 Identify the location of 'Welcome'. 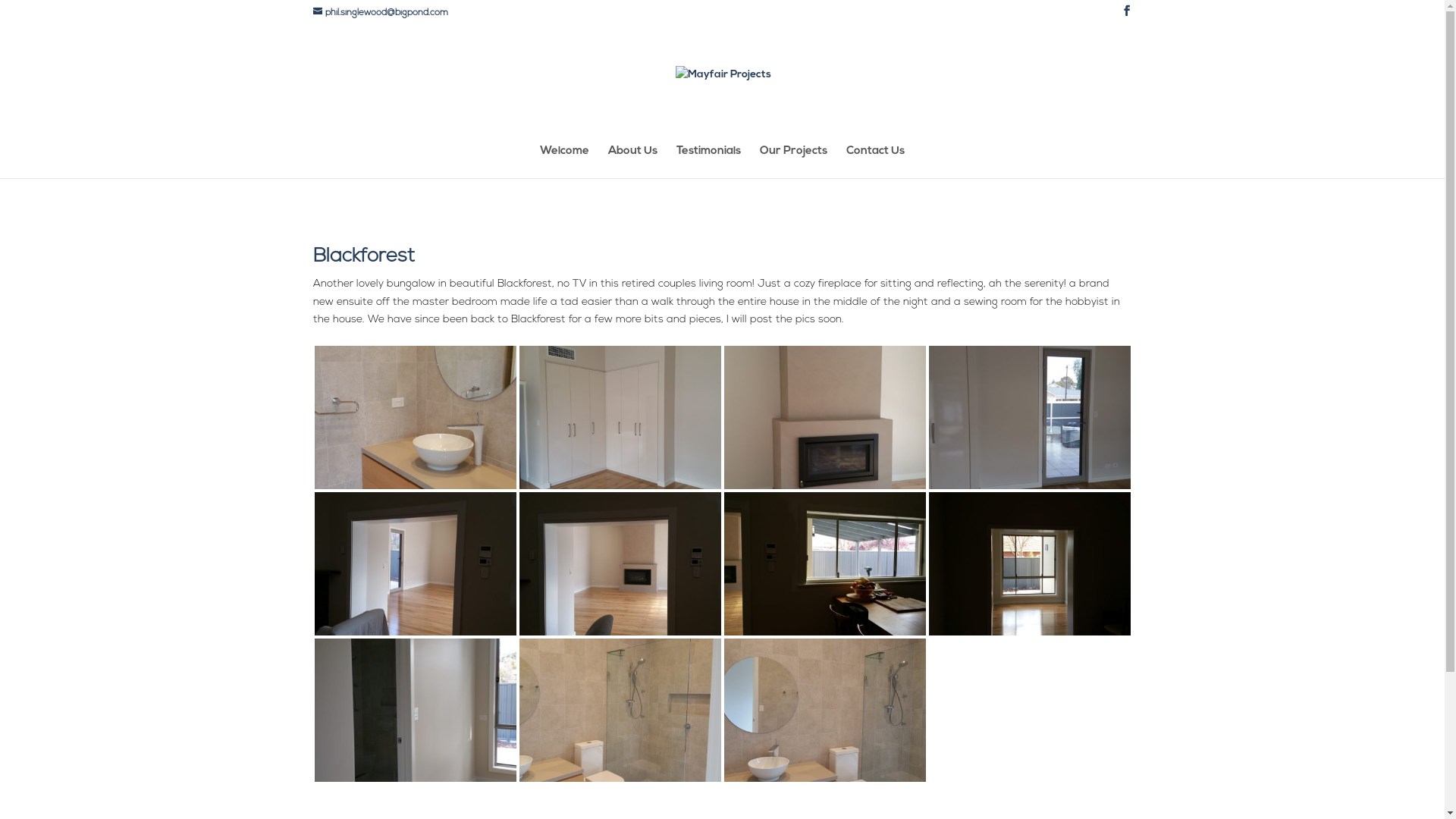
(563, 162).